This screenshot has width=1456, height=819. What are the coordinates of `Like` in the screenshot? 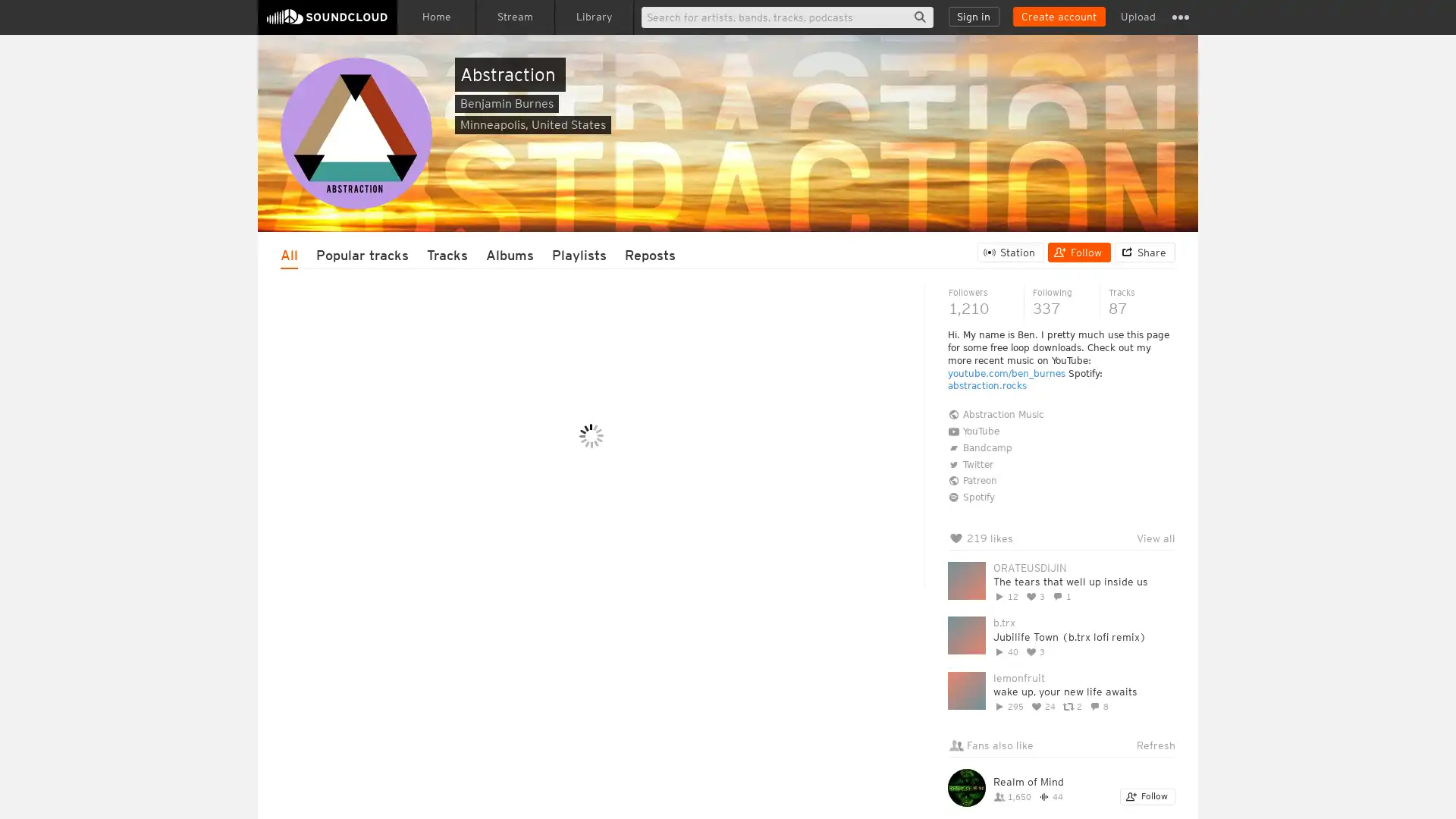 It's located at (429, 762).